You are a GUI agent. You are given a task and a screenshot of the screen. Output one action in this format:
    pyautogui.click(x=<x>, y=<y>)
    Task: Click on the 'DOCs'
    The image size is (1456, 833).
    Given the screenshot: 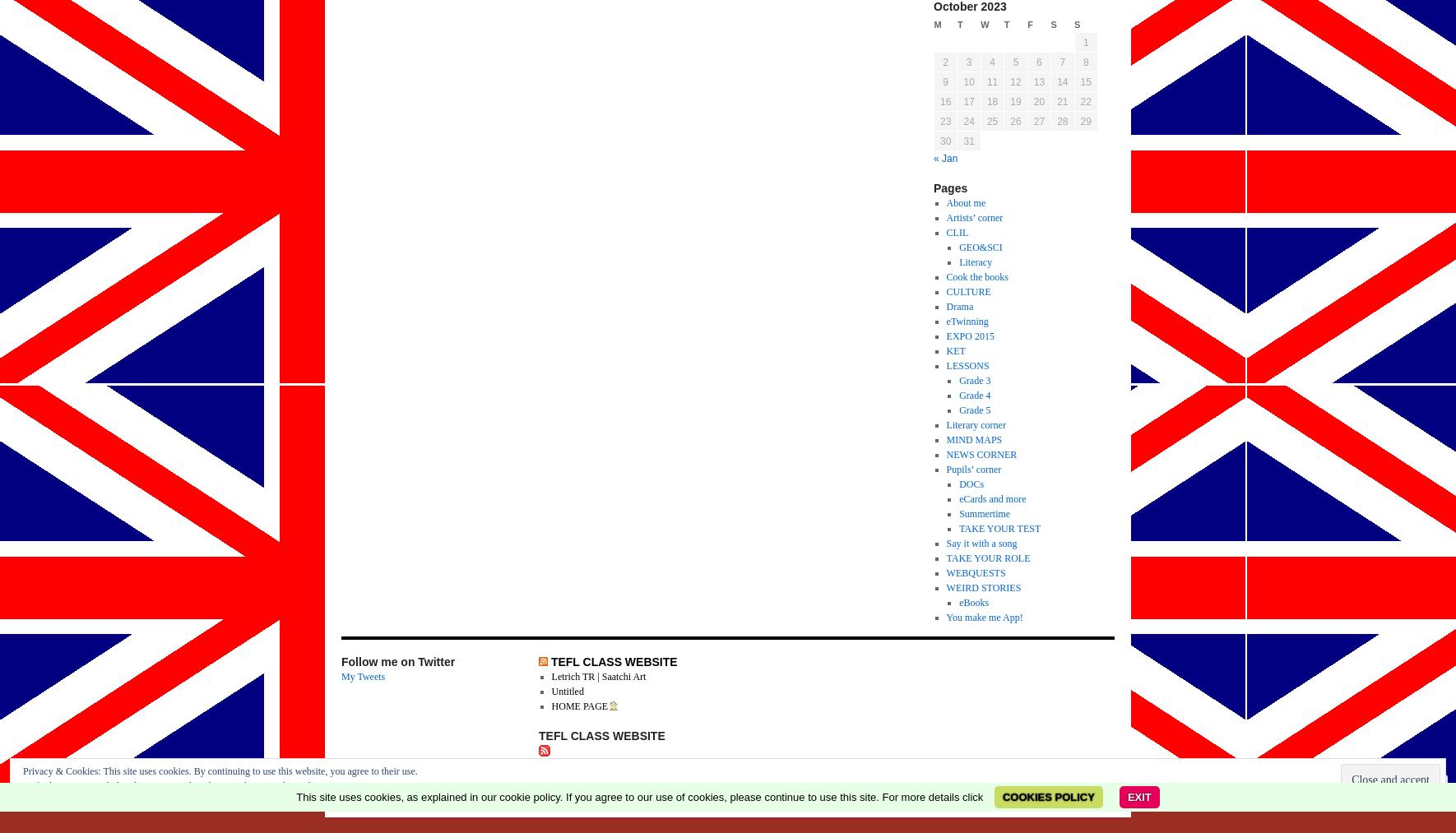 What is the action you would take?
    pyautogui.click(x=971, y=484)
    